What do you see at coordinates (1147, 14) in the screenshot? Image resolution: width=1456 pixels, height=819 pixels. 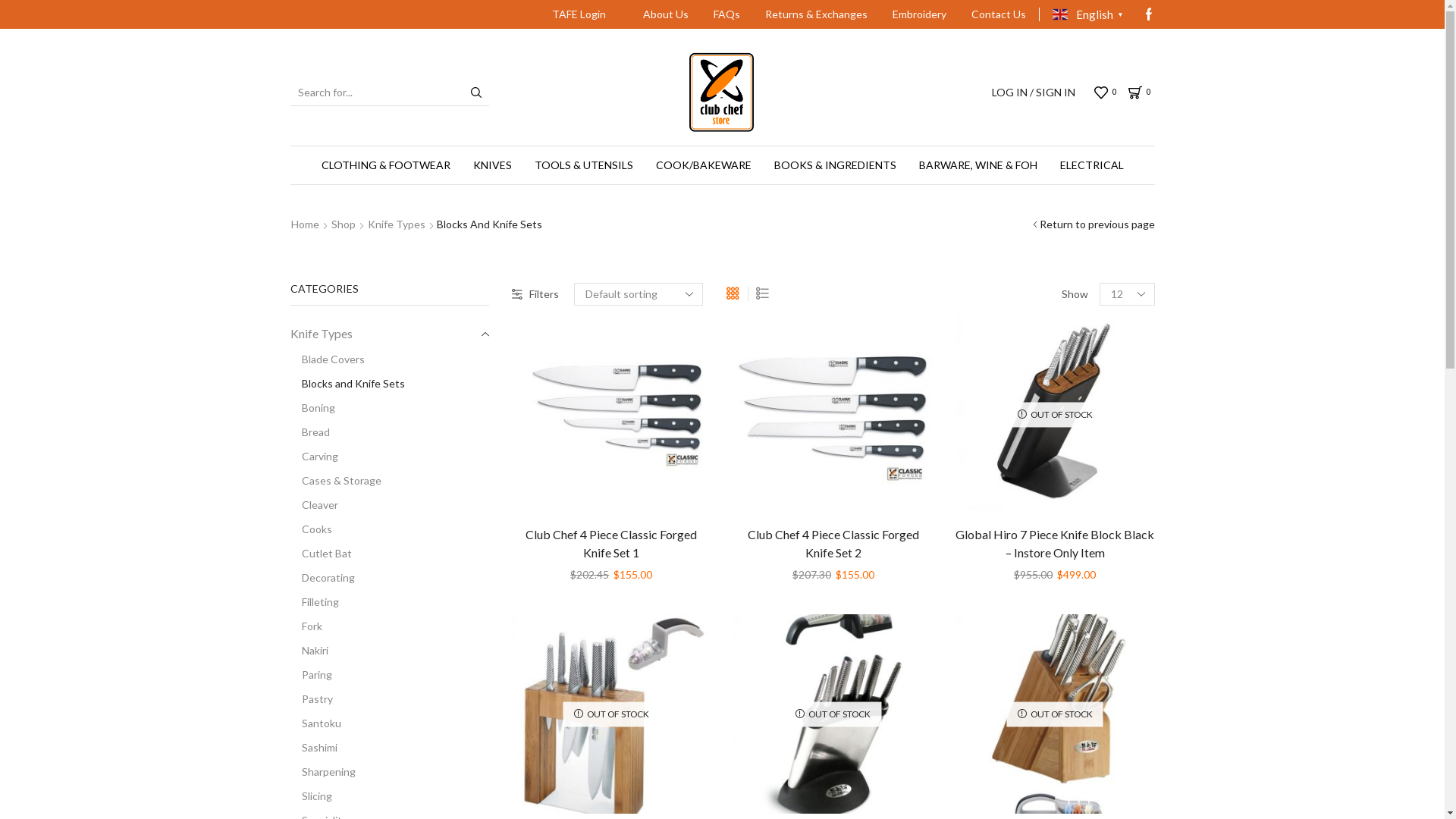 I see `'Facebook'` at bounding box center [1147, 14].